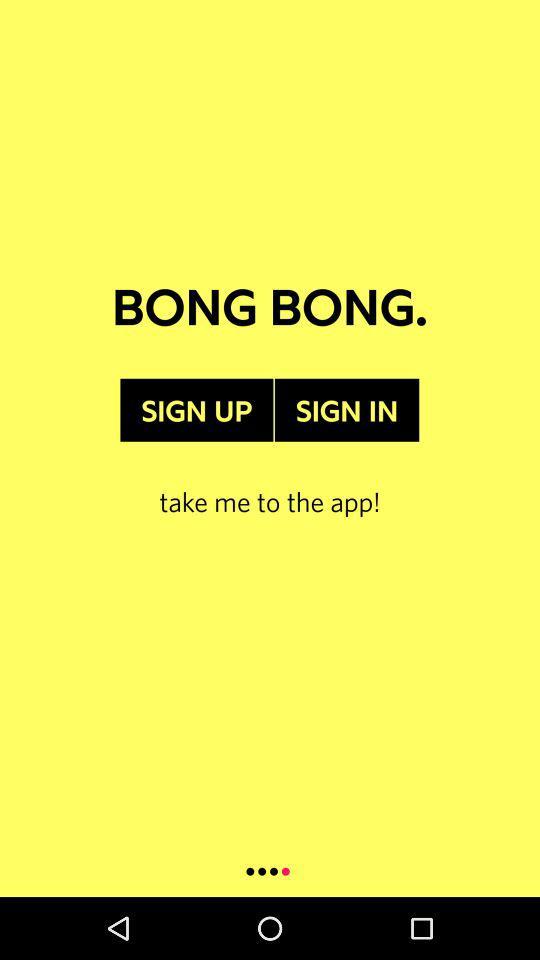 The width and height of the screenshot is (540, 960). Describe the element at coordinates (346, 409) in the screenshot. I see `the sign in item` at that location.